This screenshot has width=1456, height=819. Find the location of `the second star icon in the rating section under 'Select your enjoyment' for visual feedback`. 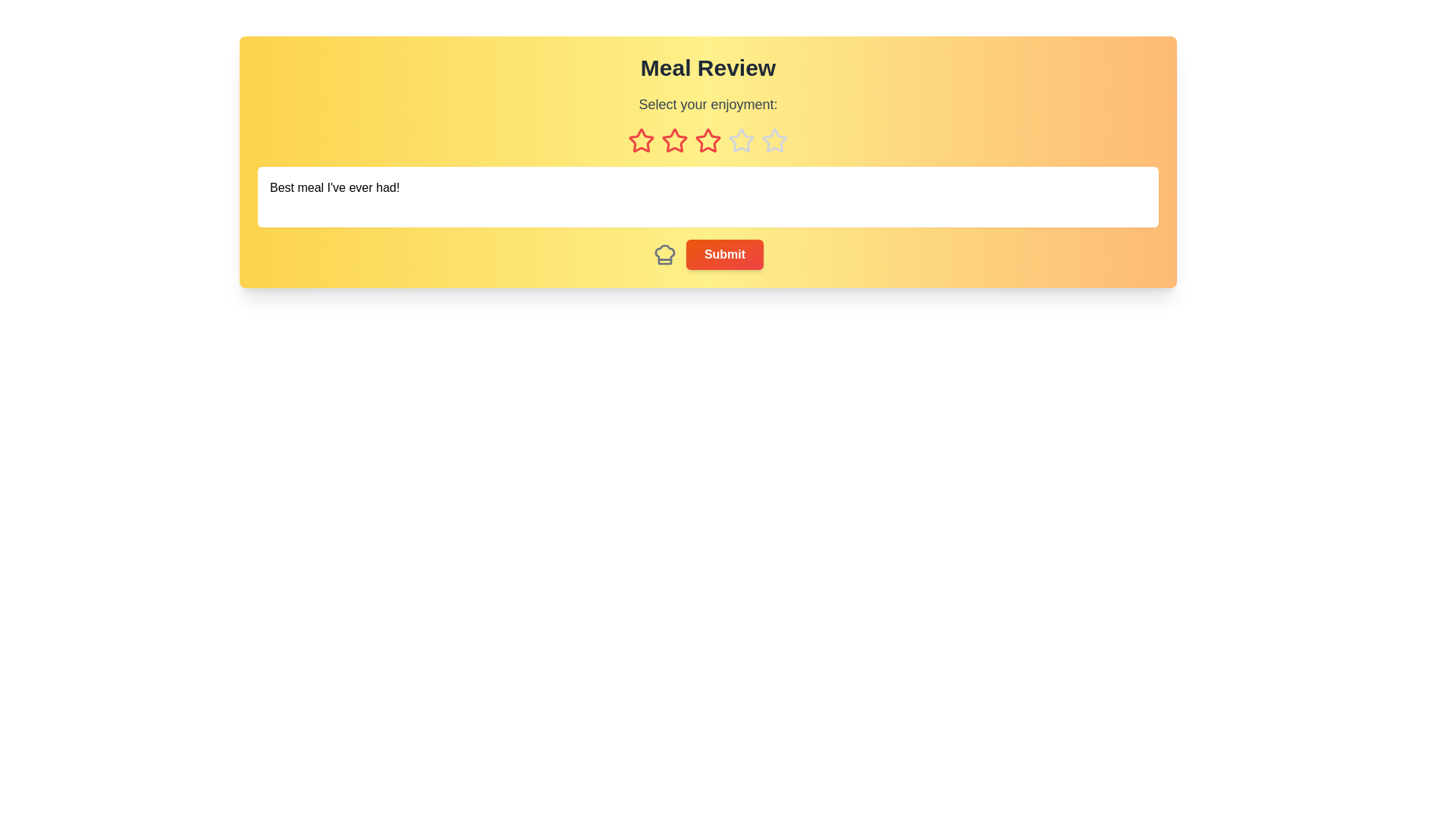

the second star icon in the rating section under 'Select your enjoyment' for visual feedback is located at coordinates (673, 140).